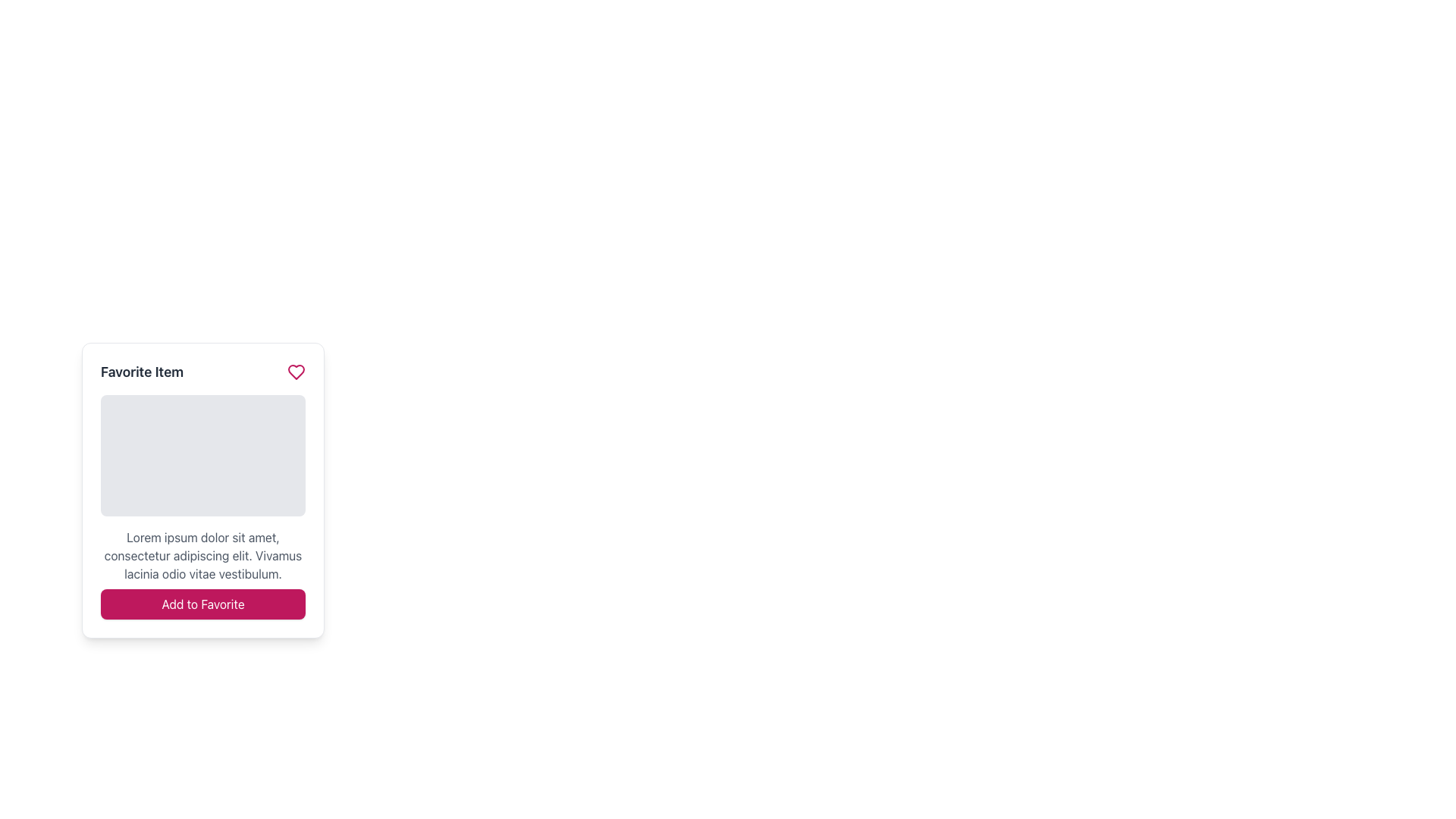 The height and width of the screenshot is (819, 1456). What do you see at coordinates (296, 372) in the screenshot?
I see `the favorite button located to the far right of the 'Favorite Item' heading` at bounding box center [296, 372].